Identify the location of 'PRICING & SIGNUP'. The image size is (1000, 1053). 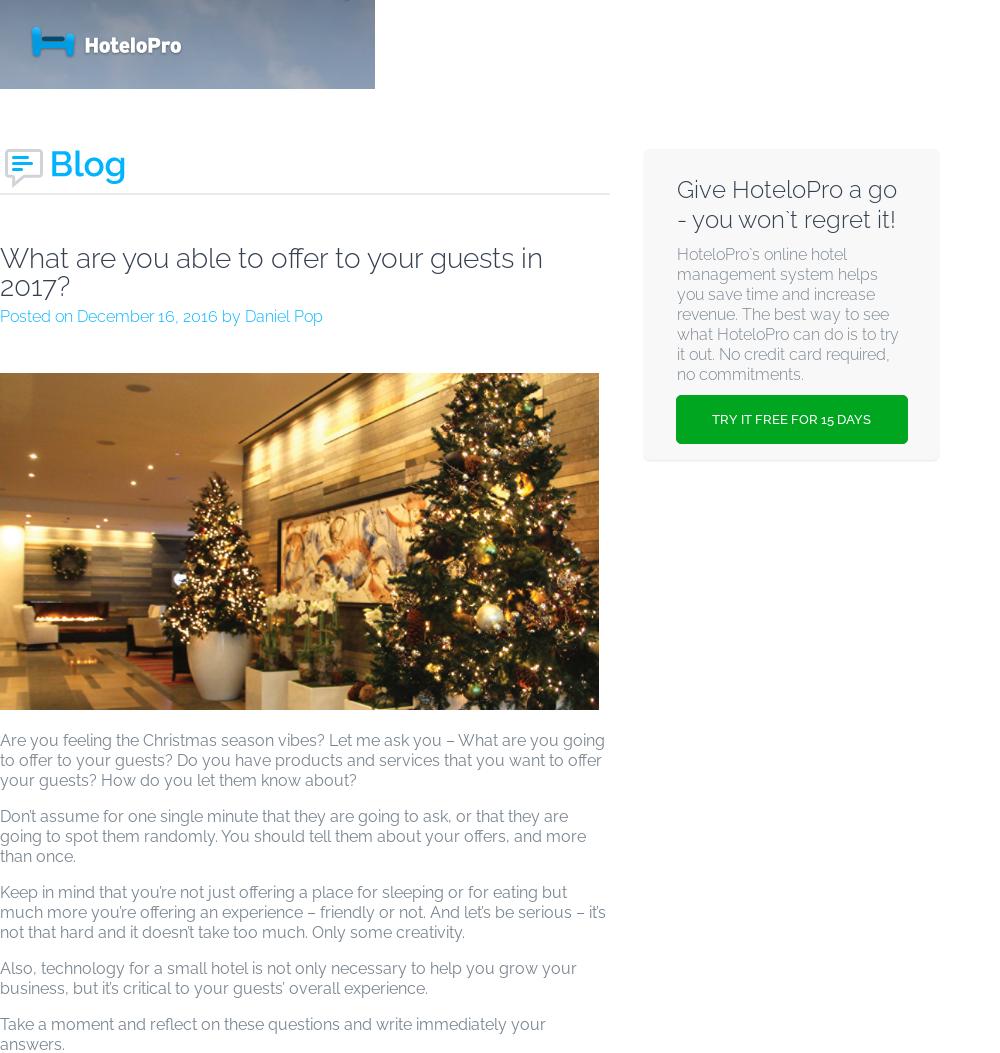
(690, 42).